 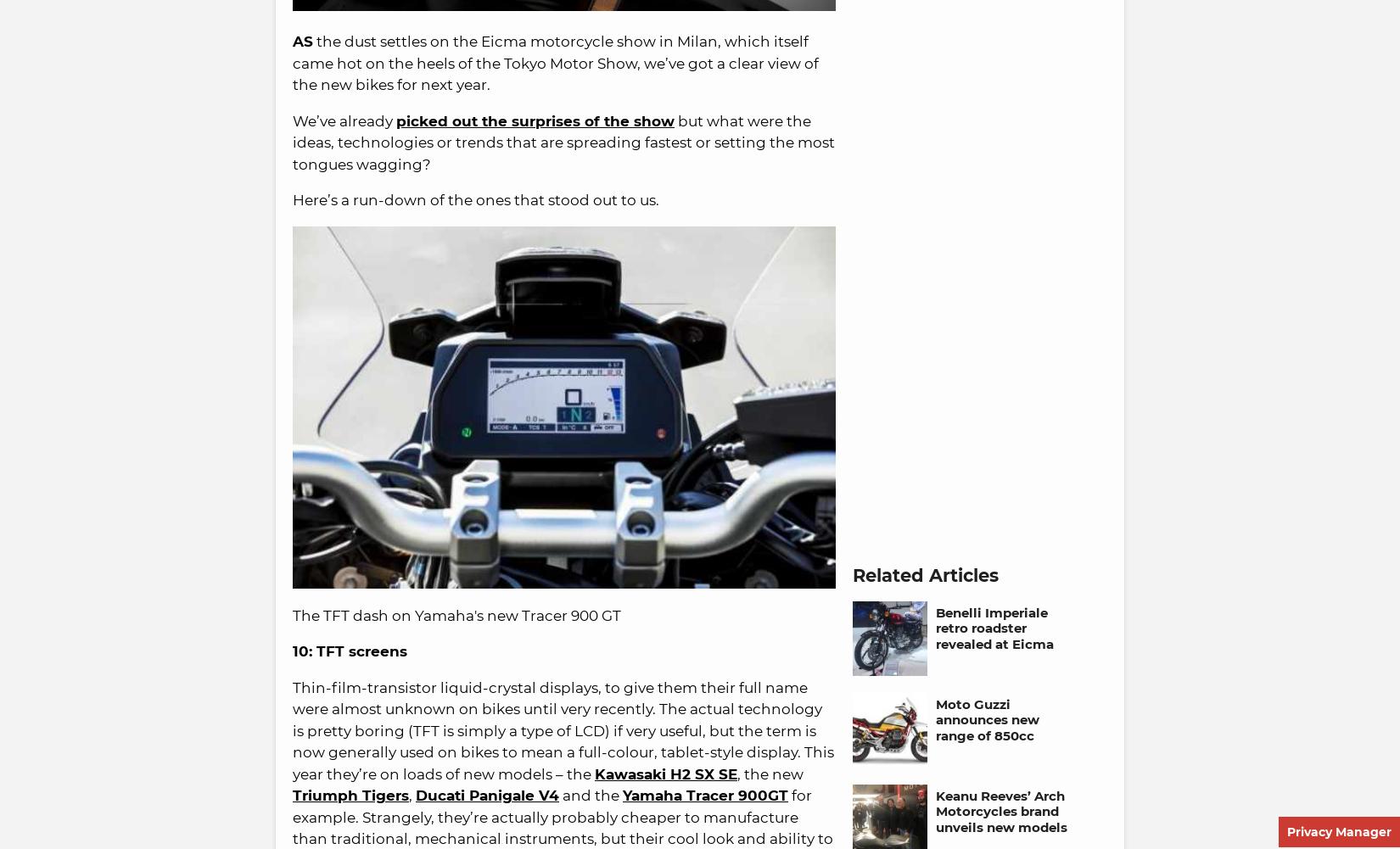 I want to click on 'The TFT dash on Yamaha's new Tracer 900 GT', so click(x=456, y=615).